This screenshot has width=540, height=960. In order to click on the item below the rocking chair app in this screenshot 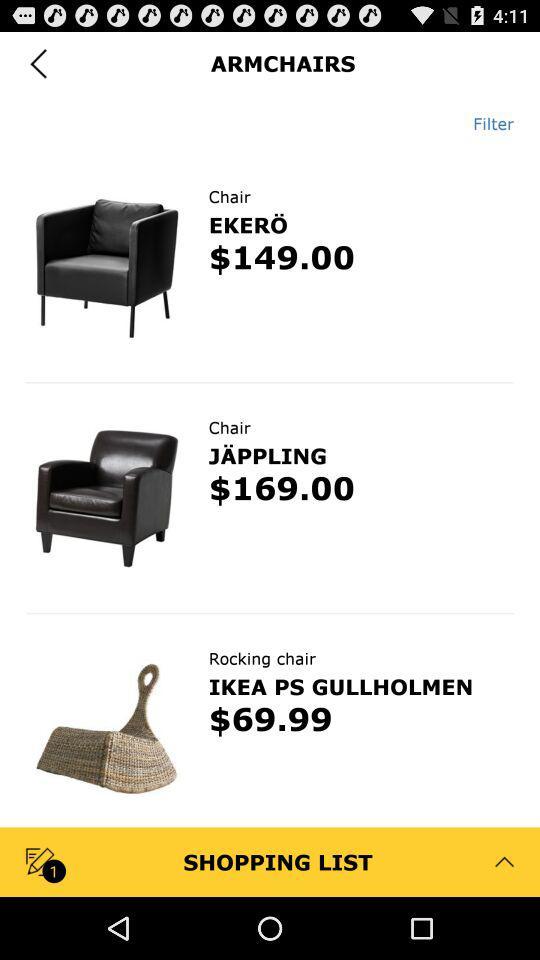, I will do `click(340, 686)`.